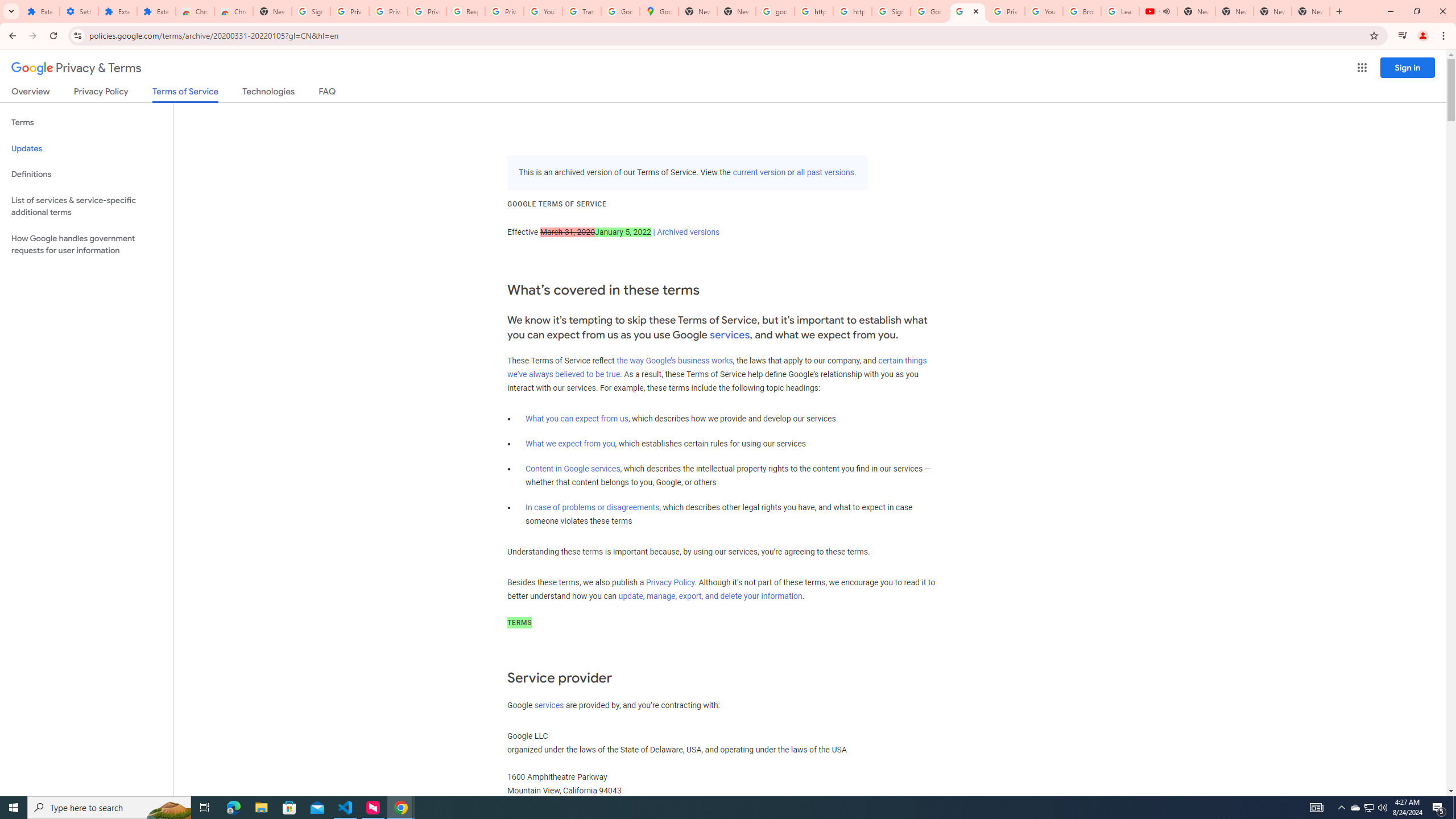 This screenshot has width=1456, height=819. Describe the element at coordinates (890, 11) in the screenshot. I see `'Sign in - Google Accounts'` at that location.